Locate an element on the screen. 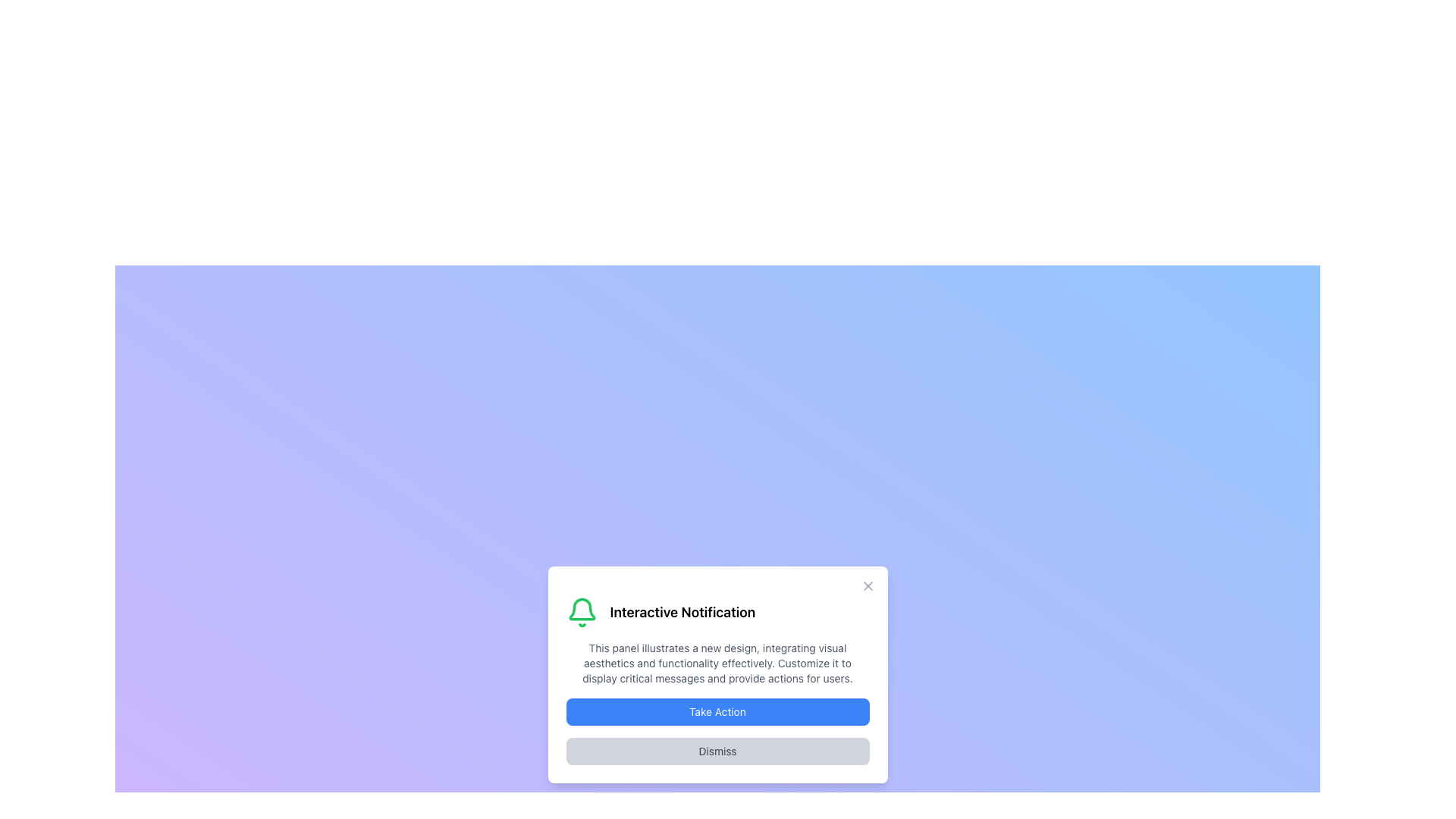 Image resolution: width=1456 pixels, height=819 pixels. text 'Interactive Notification' in the Text with Icon Header that features a green bell icon, located at the top section of the modal window is located at coordinates (717, 611).